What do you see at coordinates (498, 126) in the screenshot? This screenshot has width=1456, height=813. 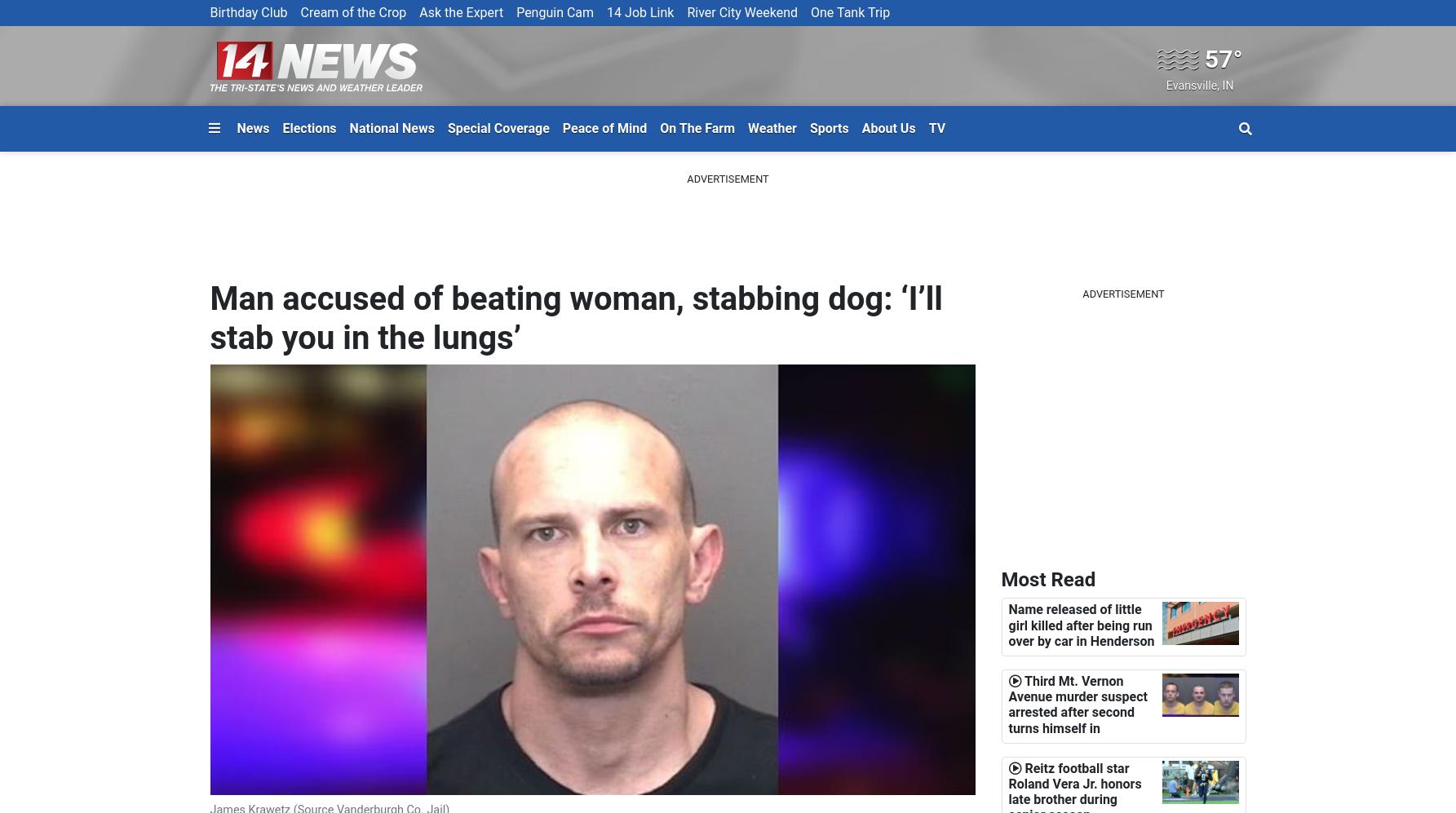 I see `'Special Coverage'` at bounding box center [498, 126].